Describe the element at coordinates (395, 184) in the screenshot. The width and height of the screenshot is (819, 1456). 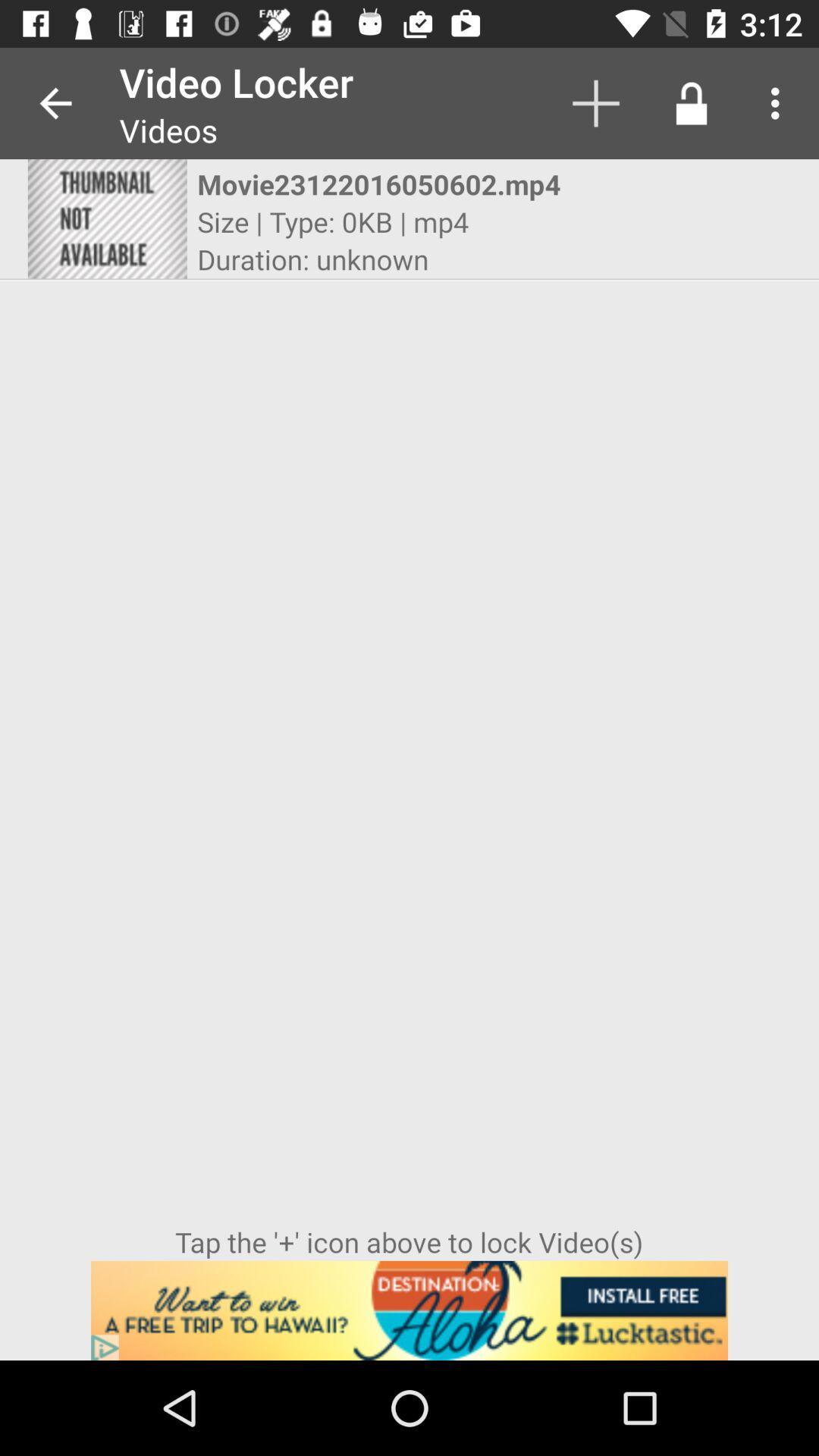
I see `movie23122016050602.mp4 icon` at that location.